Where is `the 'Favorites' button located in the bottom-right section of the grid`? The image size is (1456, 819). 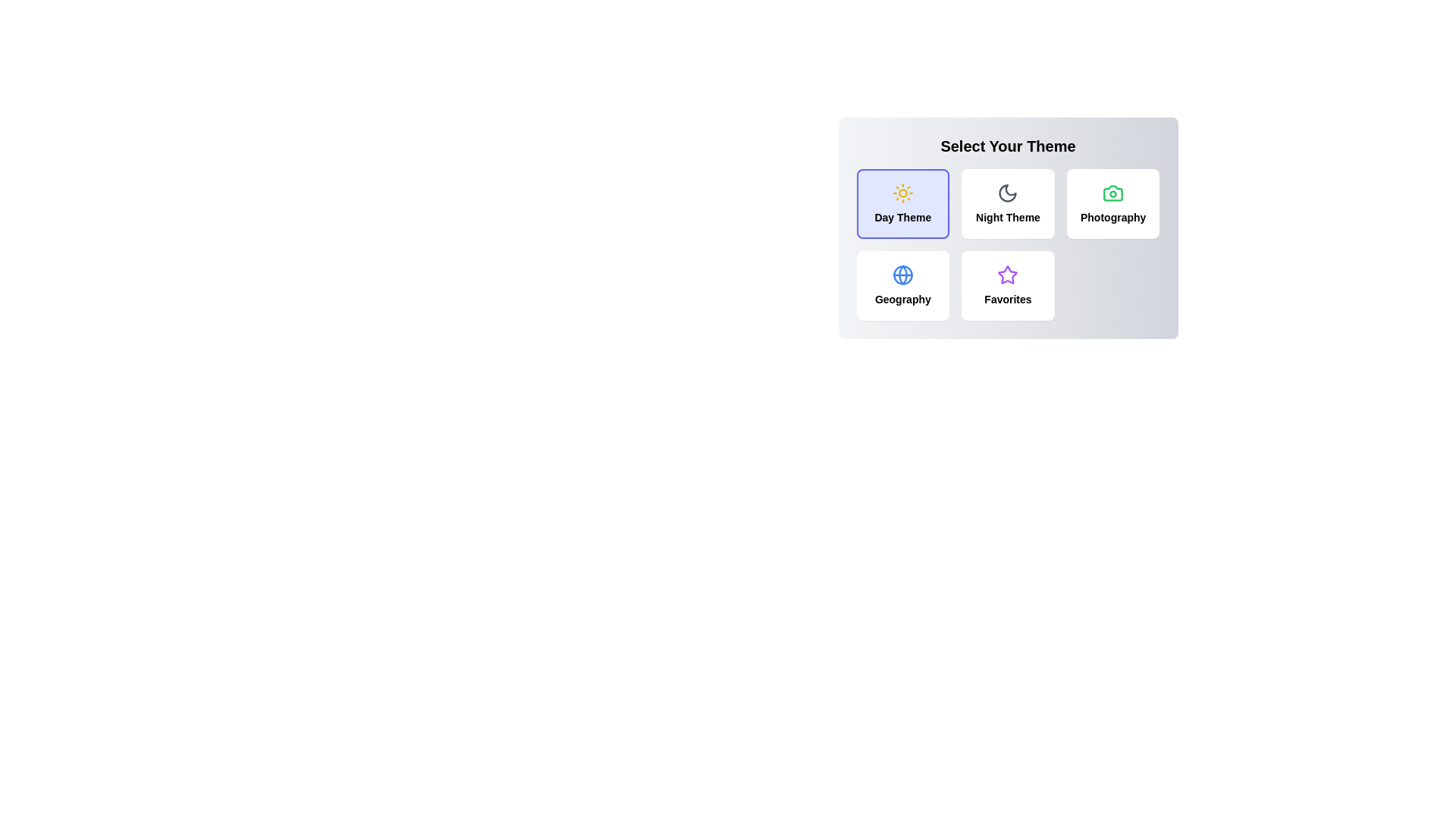 the 'Favorites' button located in the bottom-right section of the grid is located at coordinates (1008, 286).